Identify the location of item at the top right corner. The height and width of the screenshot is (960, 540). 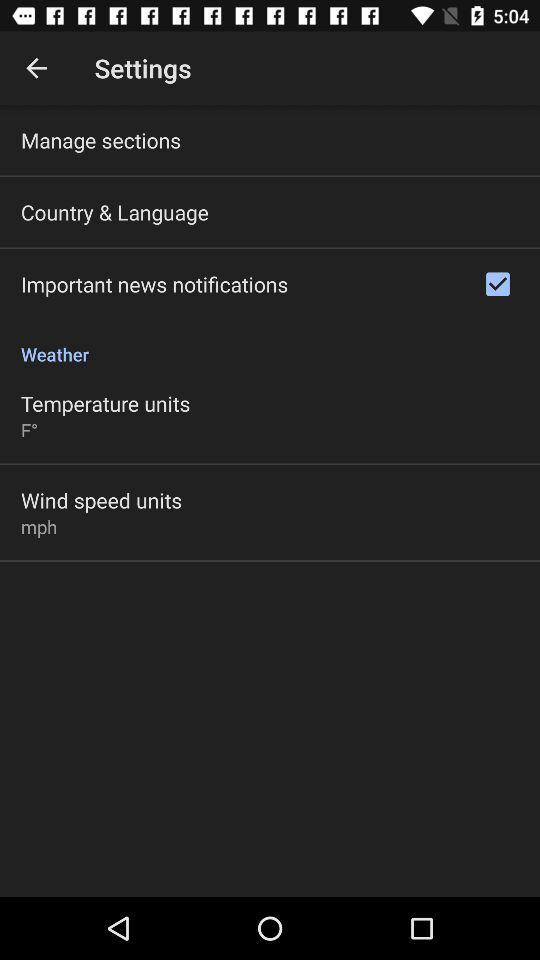
(496, 283).